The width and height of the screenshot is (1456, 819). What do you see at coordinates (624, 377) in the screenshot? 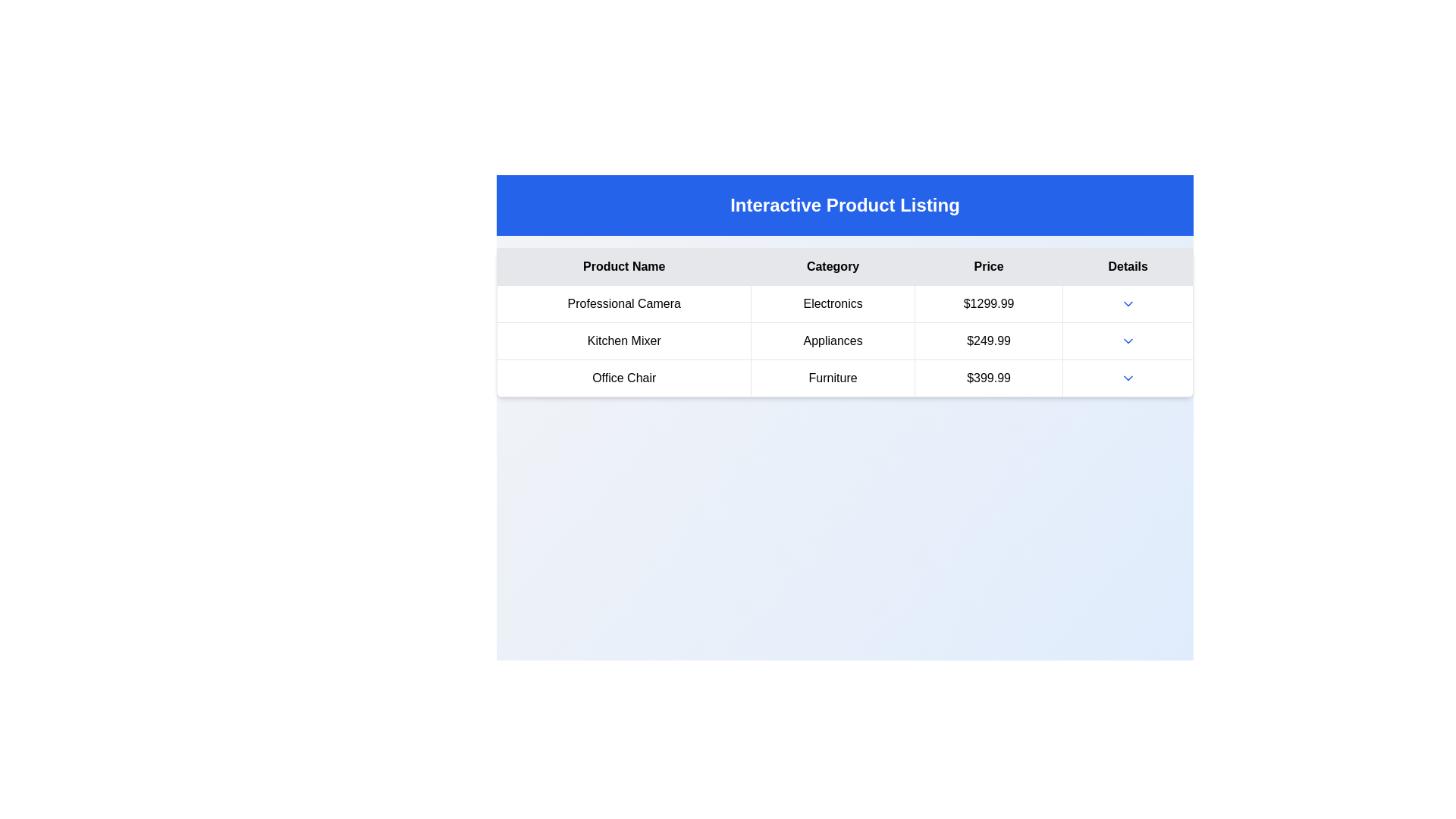
I see `text displayed in the text label that shows the product name in the first column of the third row under the 'Product Name' header` at bounding box center [624, 377].